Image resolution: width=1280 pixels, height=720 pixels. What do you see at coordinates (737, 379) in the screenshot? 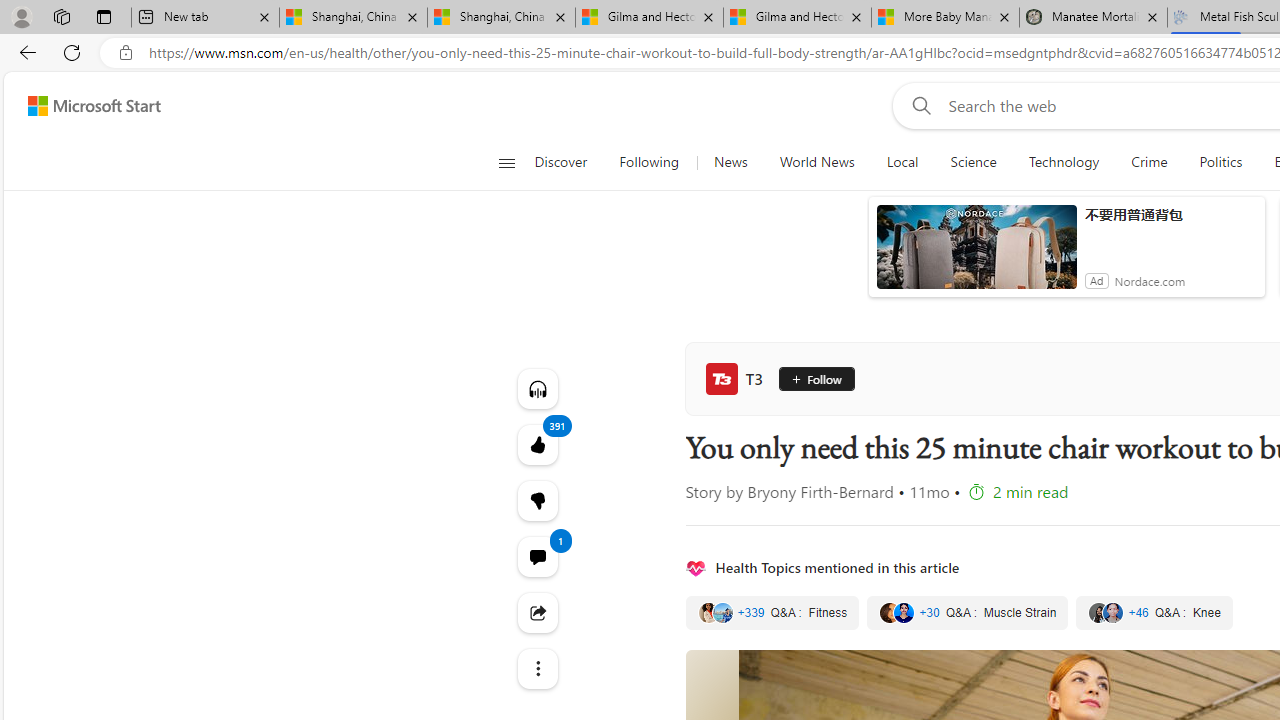
I see `'T3'` at bounding box center [737, 379].